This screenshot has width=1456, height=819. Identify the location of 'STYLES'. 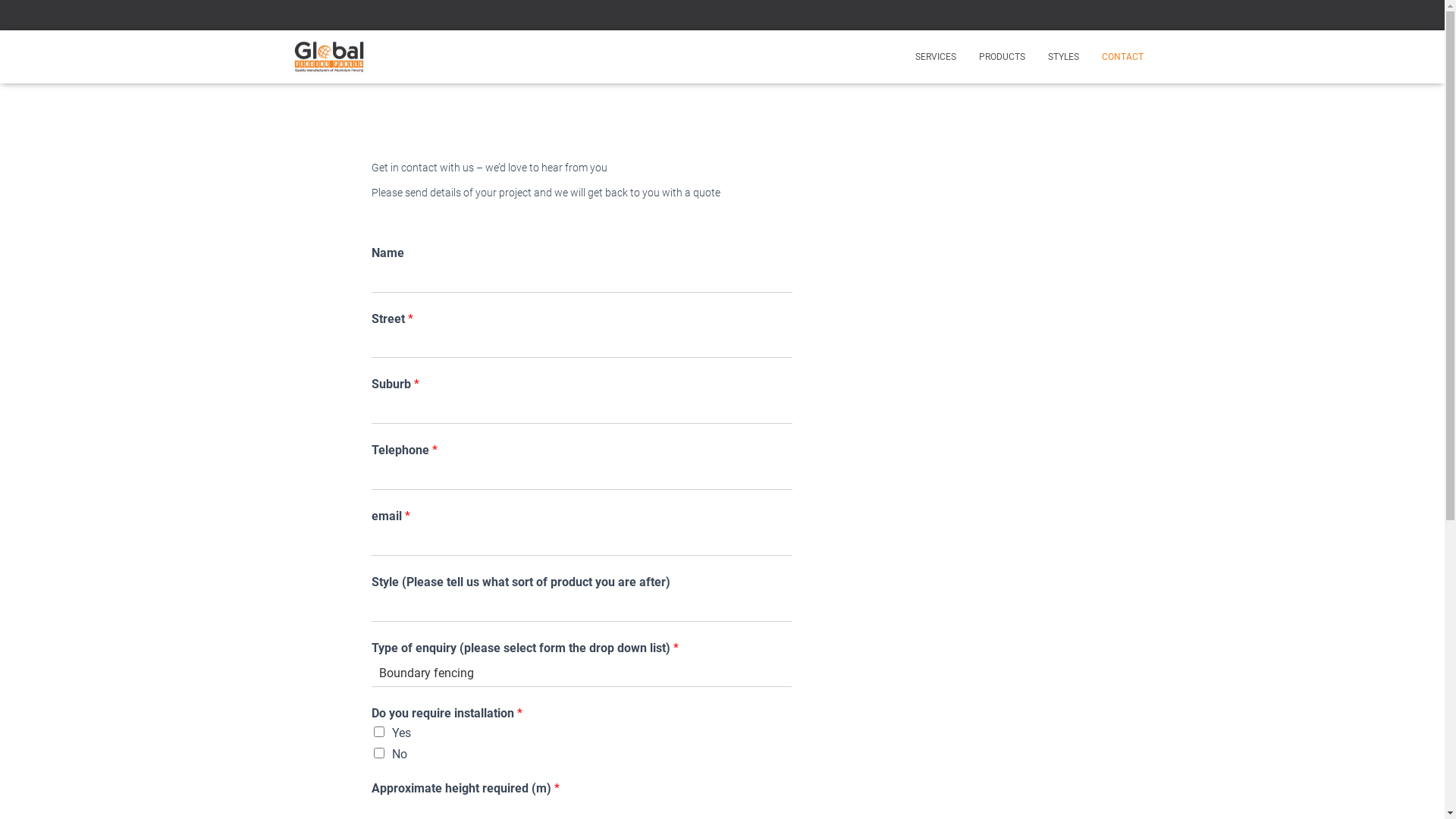
(1062, 55).